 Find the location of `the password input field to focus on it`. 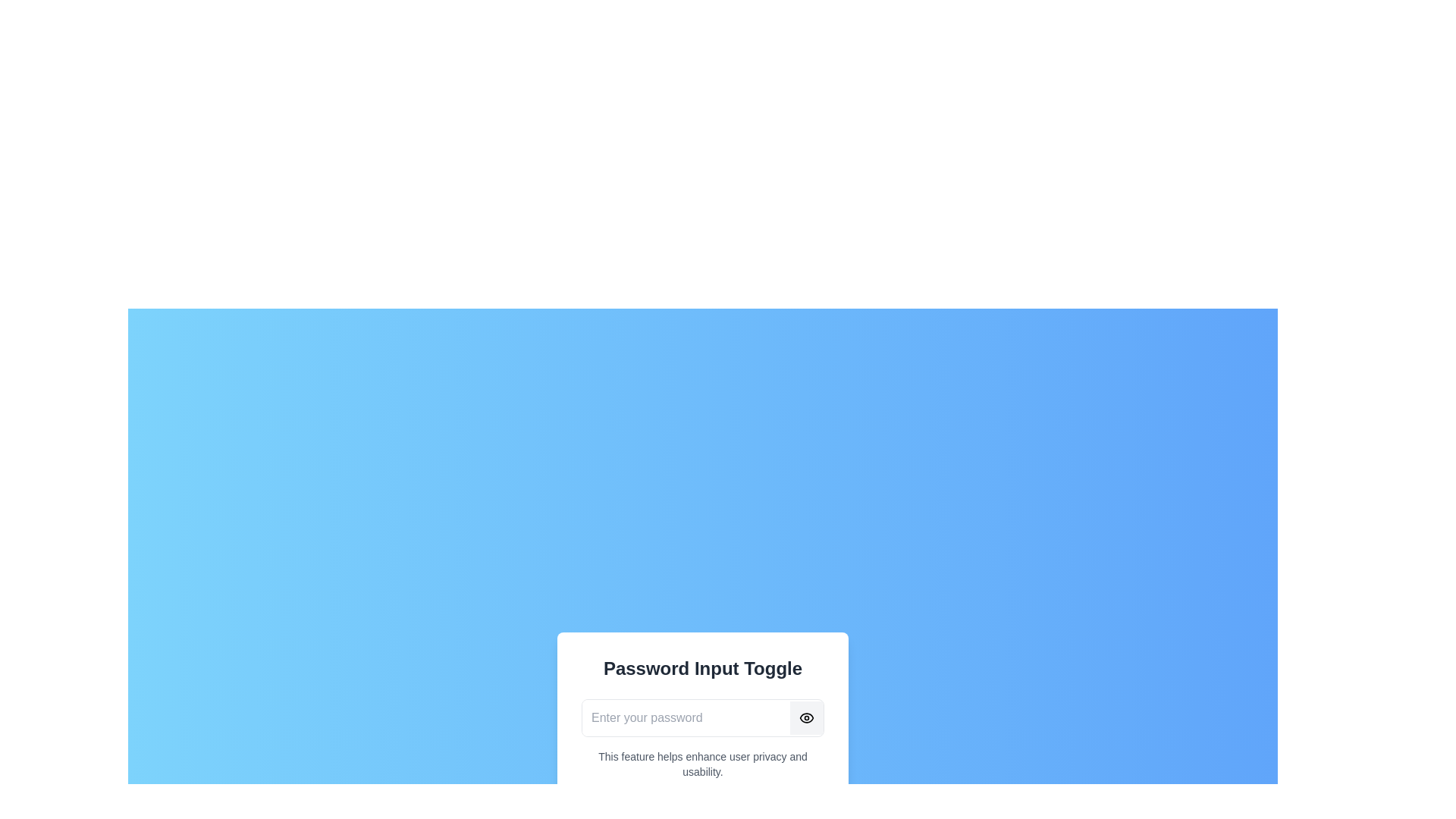

the password input field to focus on it is located at coordinates (686, 717).